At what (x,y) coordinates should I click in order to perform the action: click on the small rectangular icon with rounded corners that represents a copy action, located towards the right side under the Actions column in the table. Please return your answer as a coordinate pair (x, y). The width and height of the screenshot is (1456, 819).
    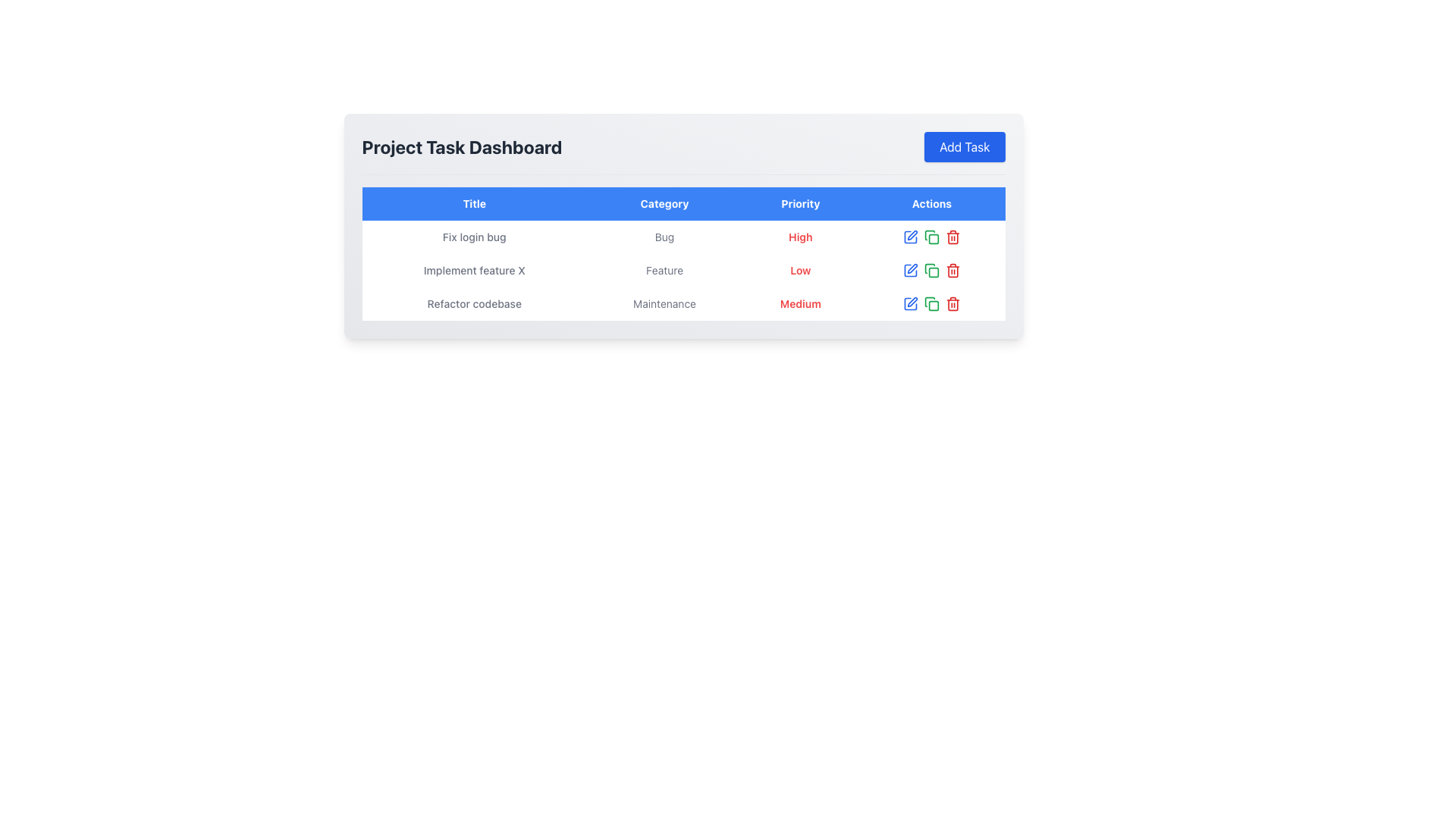
    Looking at the image, I should click on (933, 239).